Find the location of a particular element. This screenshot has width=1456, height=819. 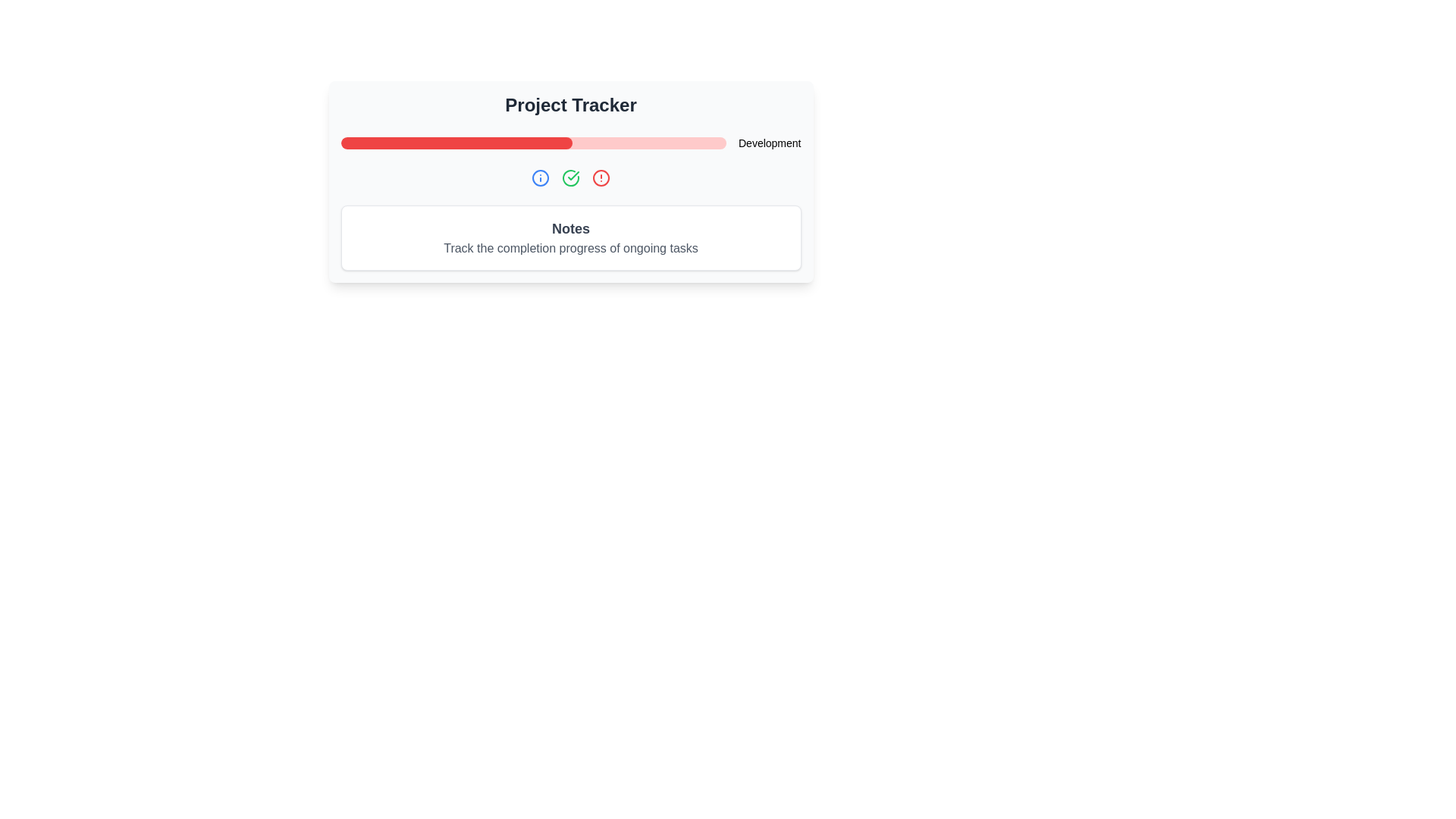

the displayed progress level of the Progress bar located below the 'Project Tracker' title is located at coordinates (533, 143).